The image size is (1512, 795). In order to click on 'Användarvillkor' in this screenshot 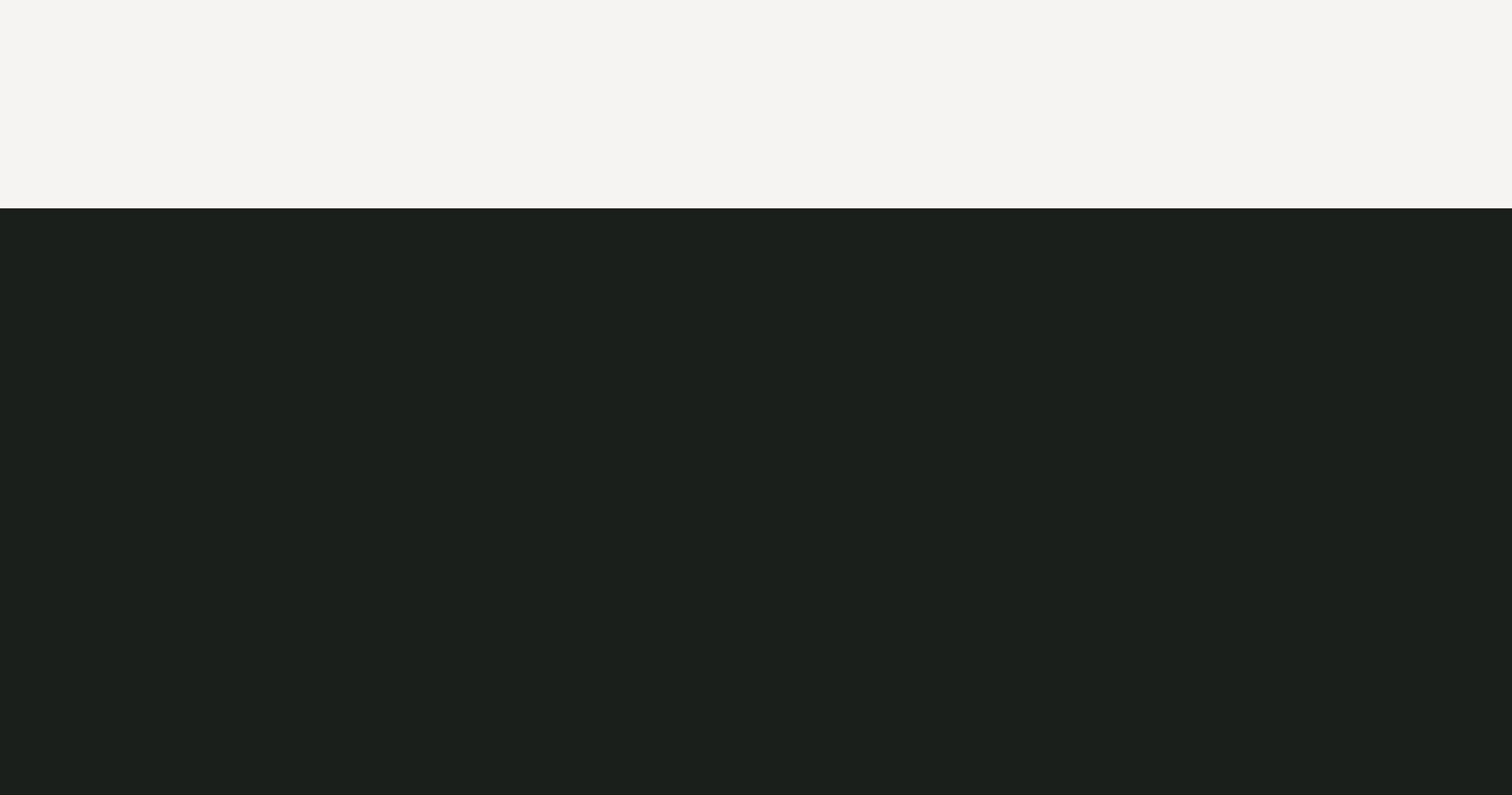, I will do `click(629, 650)`.